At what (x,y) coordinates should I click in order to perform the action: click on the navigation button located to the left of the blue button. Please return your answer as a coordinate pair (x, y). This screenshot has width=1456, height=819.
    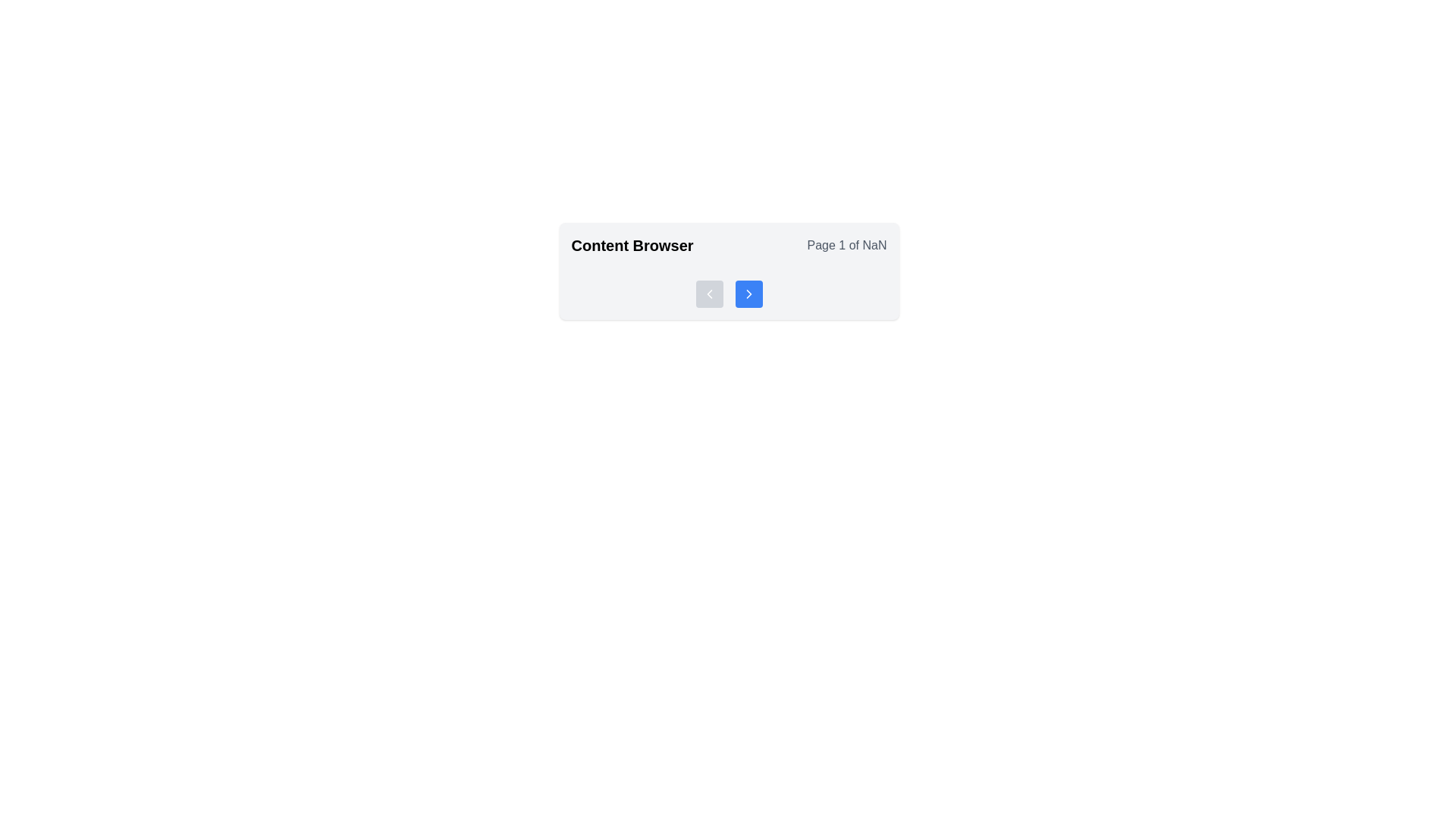
    Looking at the image, I should click on (708, 294).